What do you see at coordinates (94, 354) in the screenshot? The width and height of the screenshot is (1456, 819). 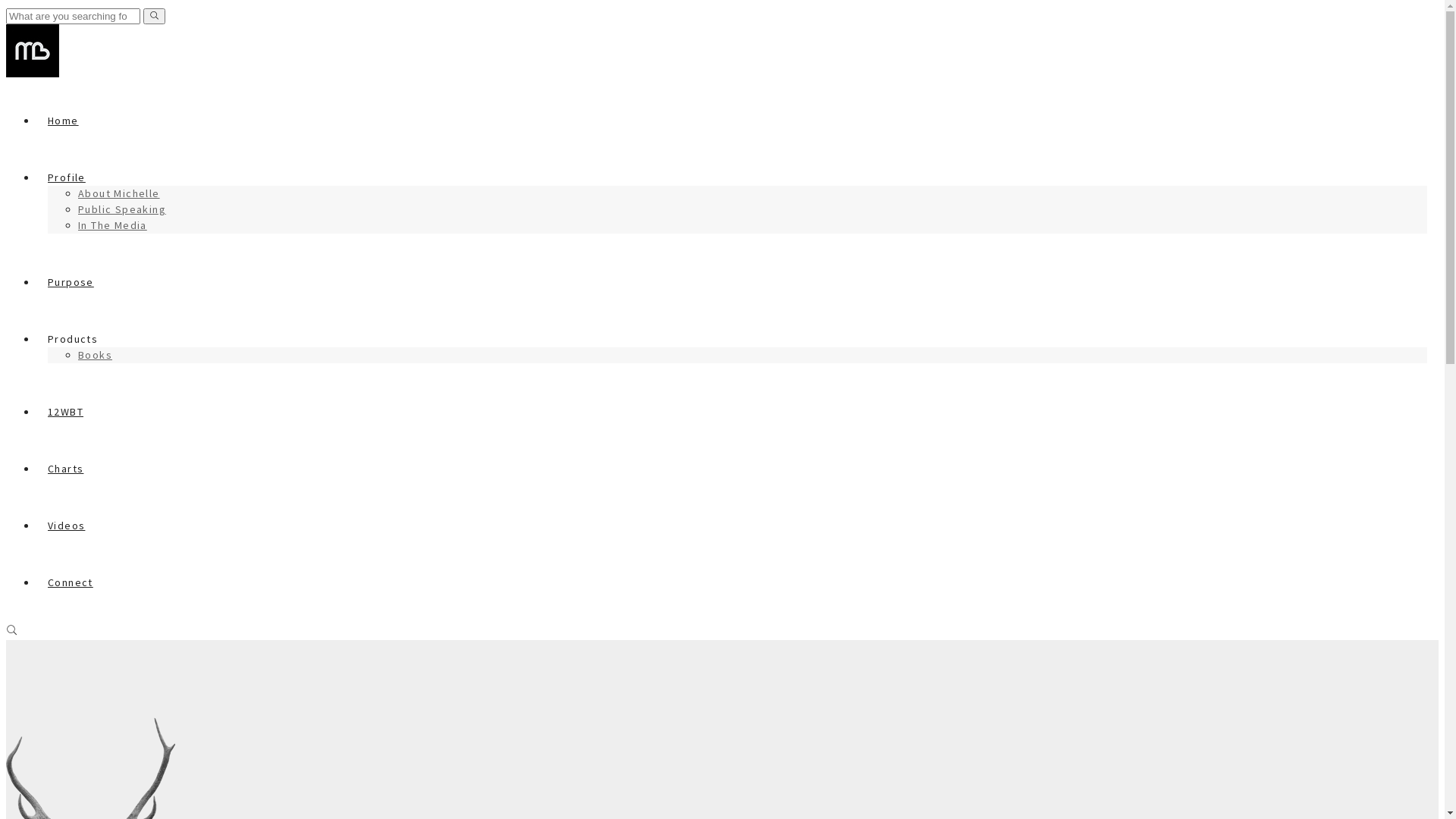 I see `'Books'` at bounding box center [94, 354].